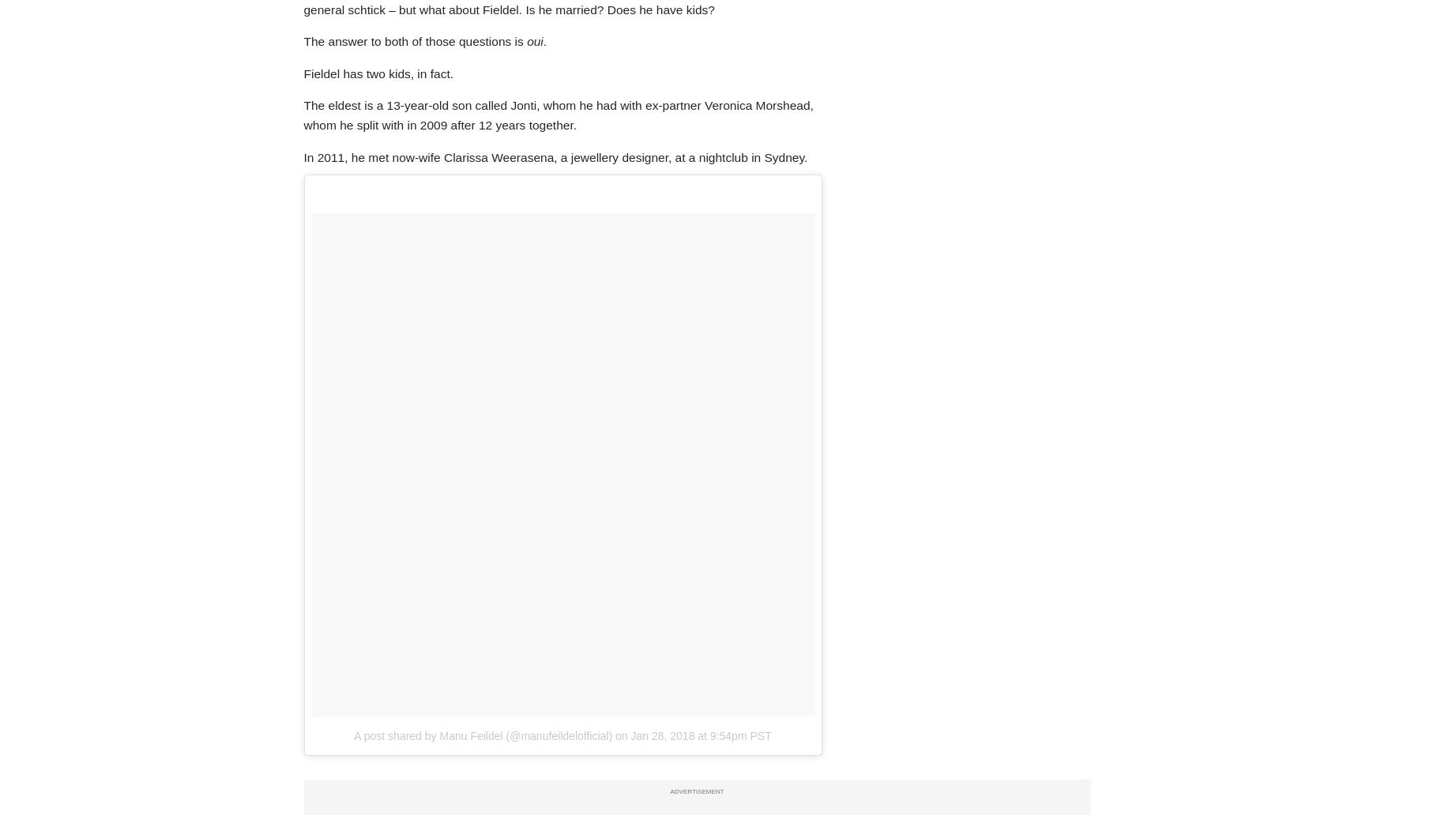 This screenshot has height=815, width=1456. Describe the element at coordinates (621, 734) in the screenshot. I see `'on'` at that location.